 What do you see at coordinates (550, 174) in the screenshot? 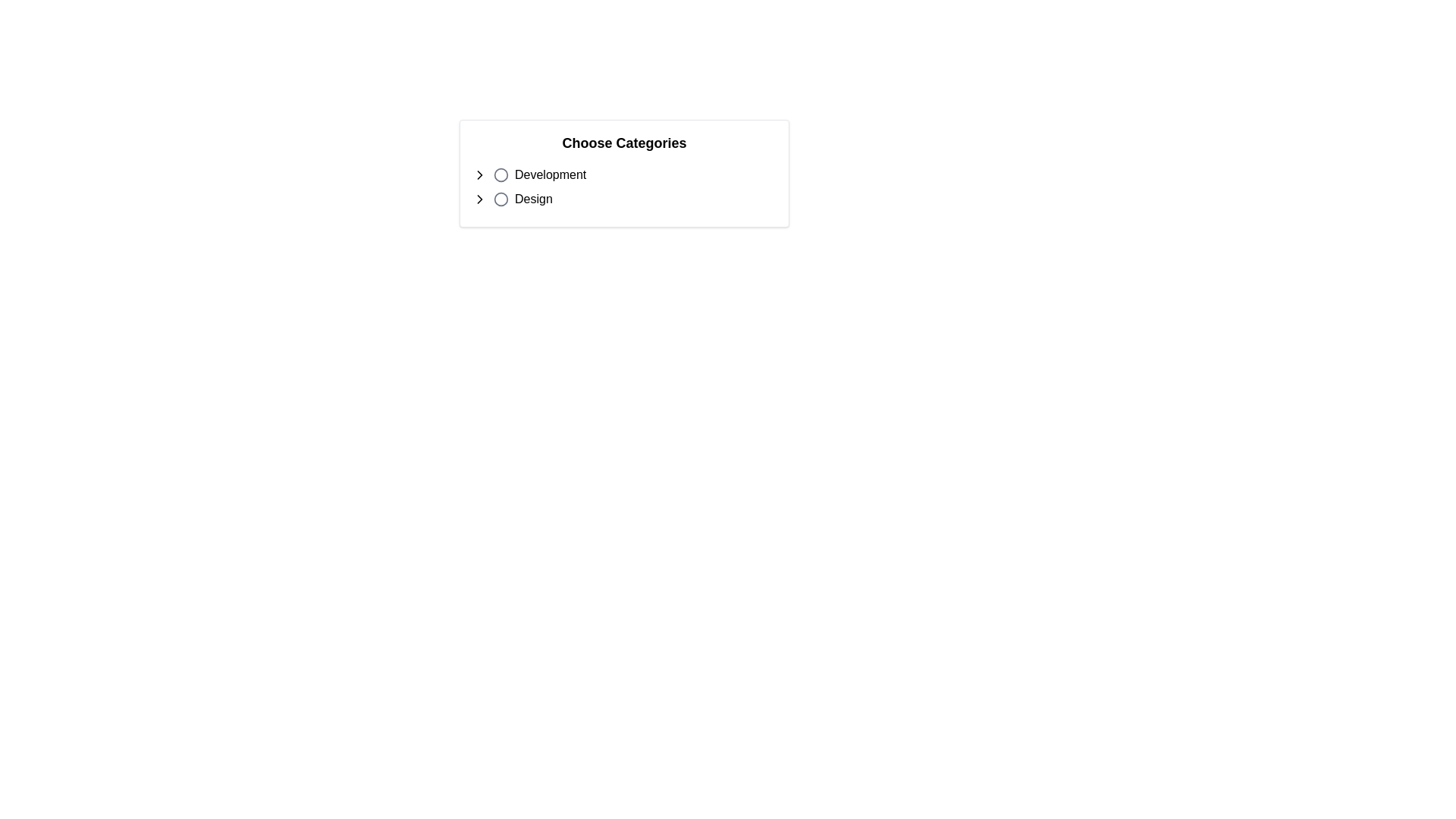
I see `the static text labeling the first selectable option under the 'Choose Categories' header` at bounding box center [550, 174].